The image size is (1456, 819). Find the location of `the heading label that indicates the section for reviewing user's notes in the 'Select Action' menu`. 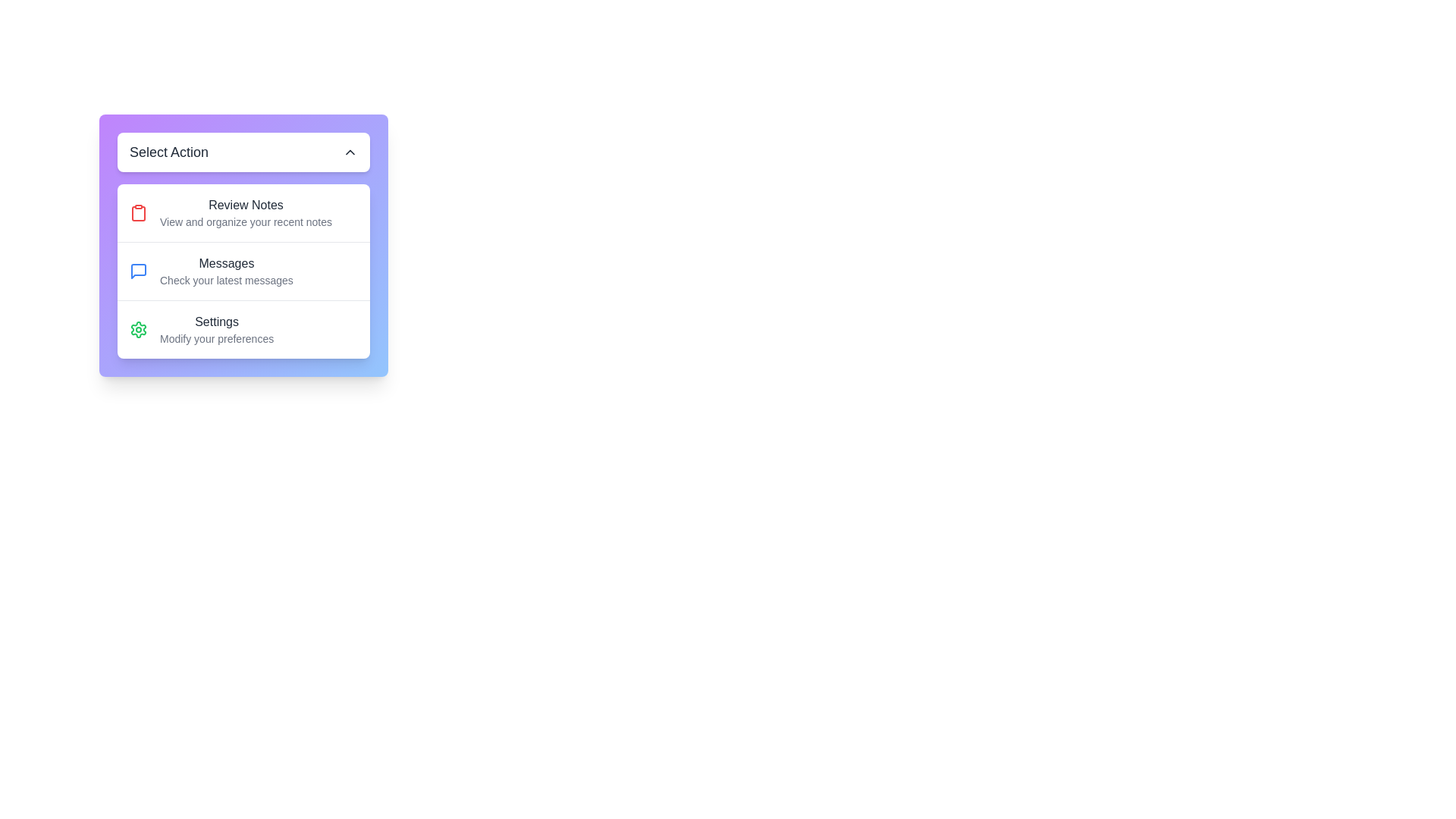

the heading label that indicates the section for reviewing user's notes in the 'Select Action' menu is located at coordinates (246, 205).